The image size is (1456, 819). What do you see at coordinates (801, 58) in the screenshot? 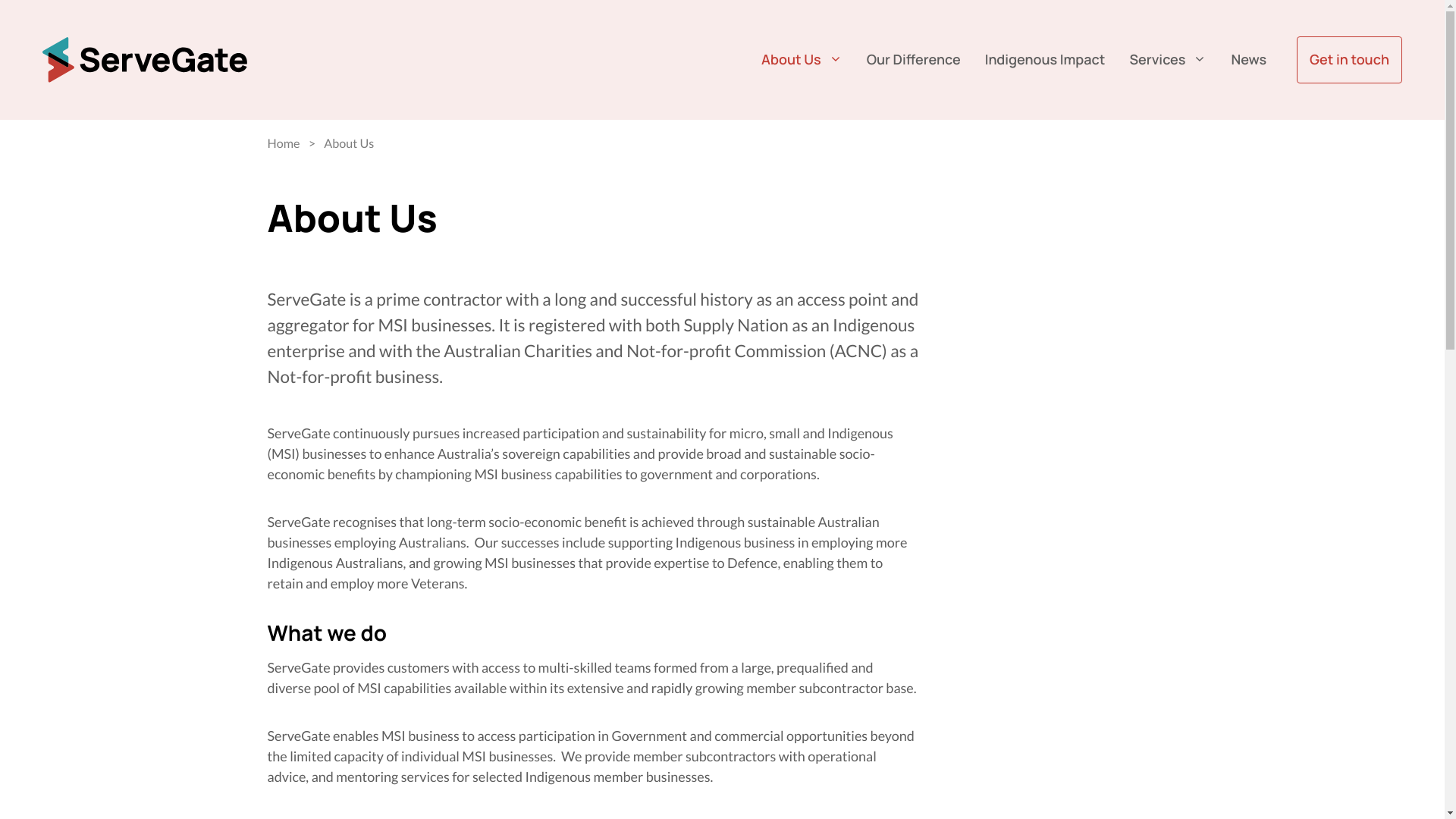
I see `'About Us'` at bounding box center [801, 58].